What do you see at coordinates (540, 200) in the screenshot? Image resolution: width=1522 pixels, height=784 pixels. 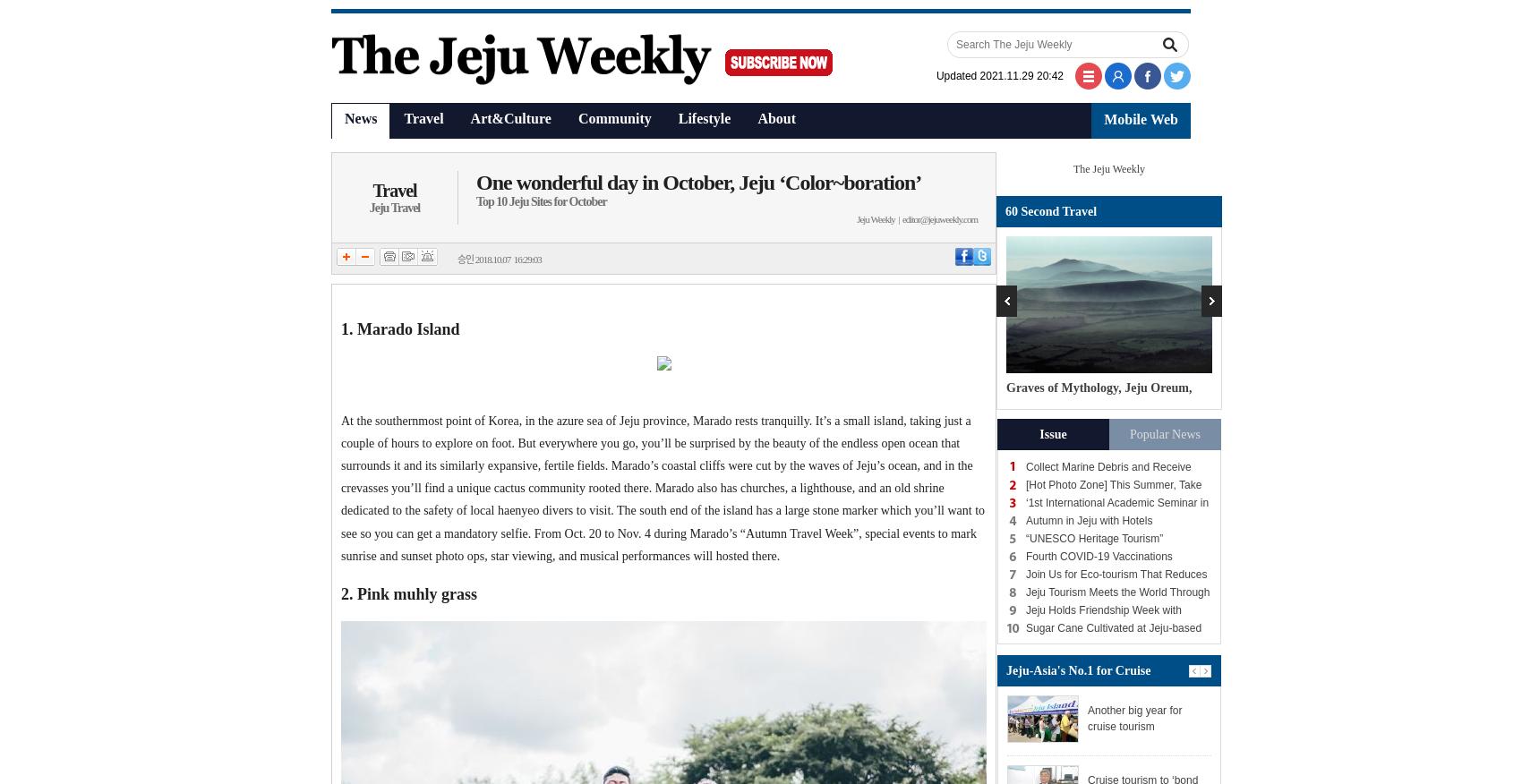 I see `'Top 10 Jeju Sites for October'` at bounding box center [540, 200].